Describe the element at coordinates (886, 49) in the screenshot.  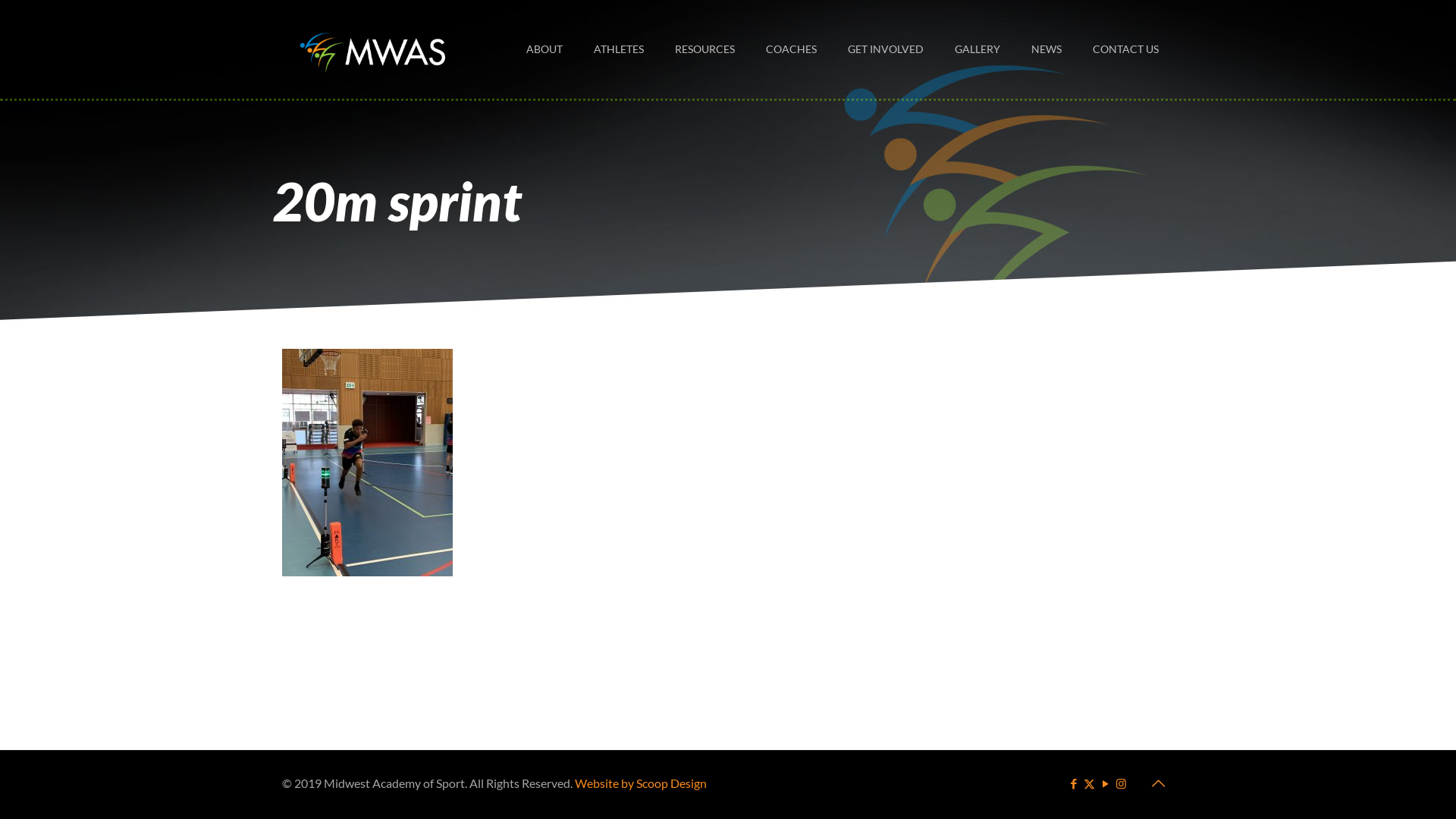
I see `'GET INVOLVED'` at that location.